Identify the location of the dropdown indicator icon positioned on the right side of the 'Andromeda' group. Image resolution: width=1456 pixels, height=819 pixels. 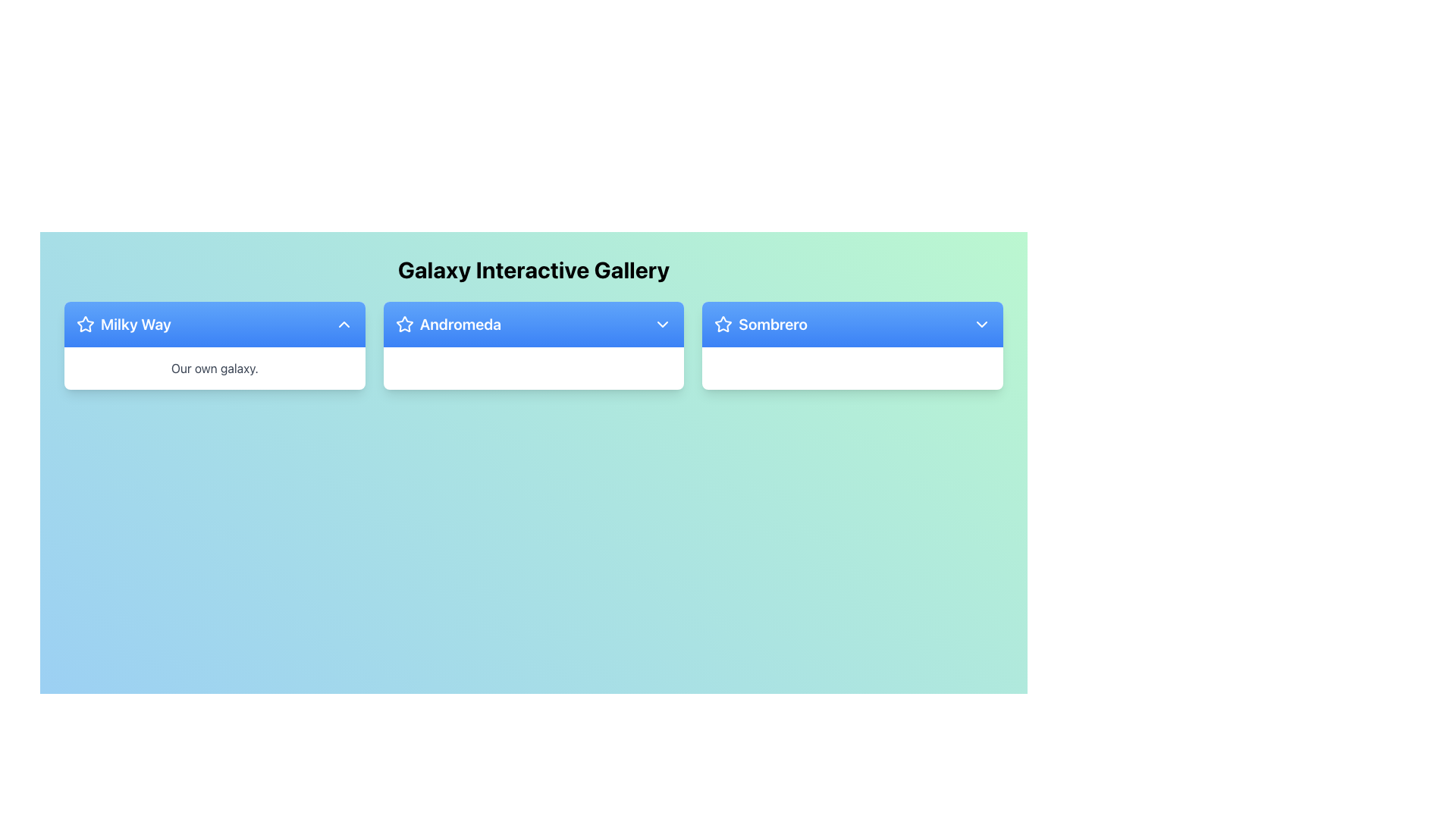
(663, 324).